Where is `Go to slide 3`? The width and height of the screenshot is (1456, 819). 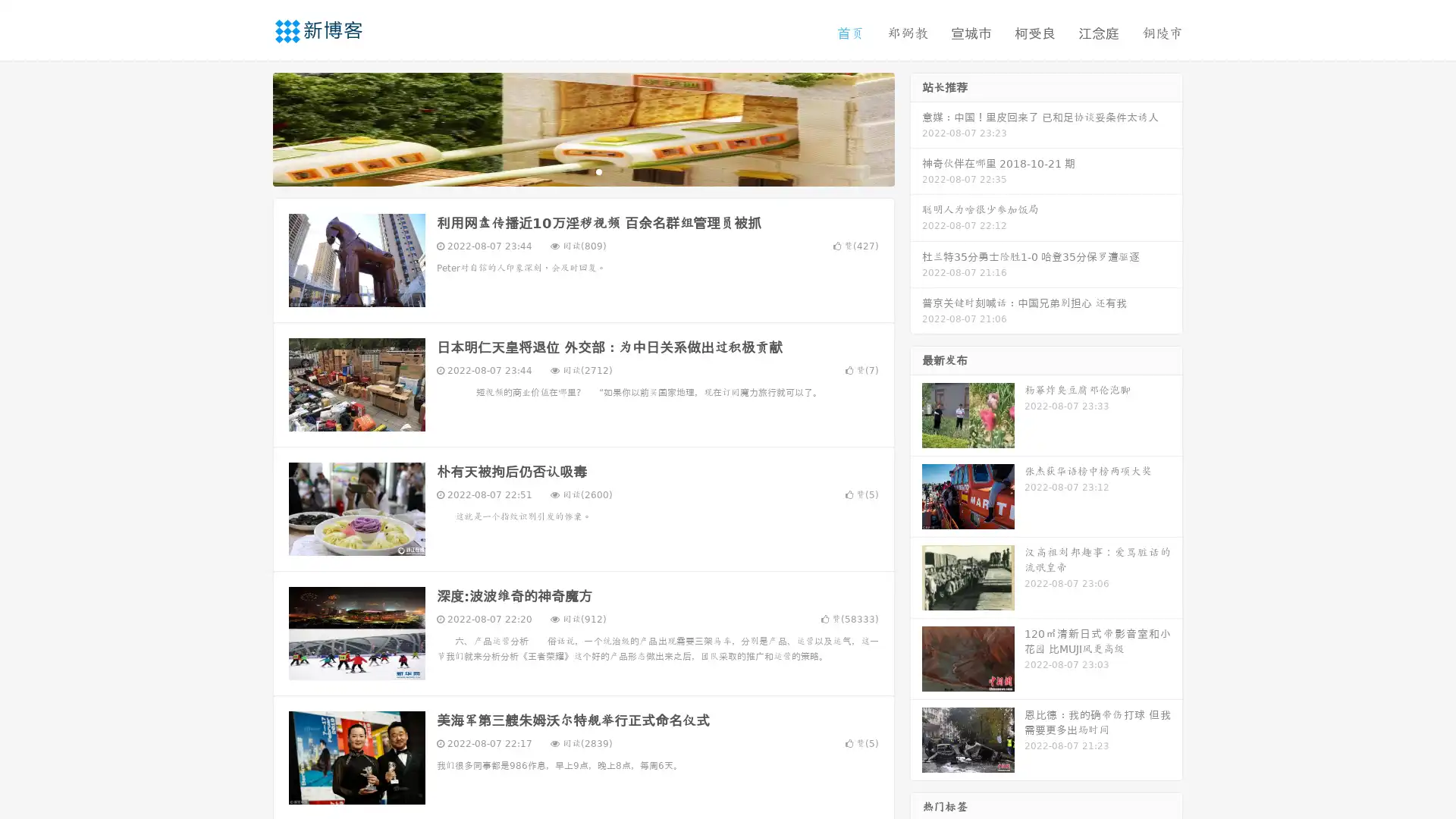
Go to slide 3 is located at coordinates (598, 171).